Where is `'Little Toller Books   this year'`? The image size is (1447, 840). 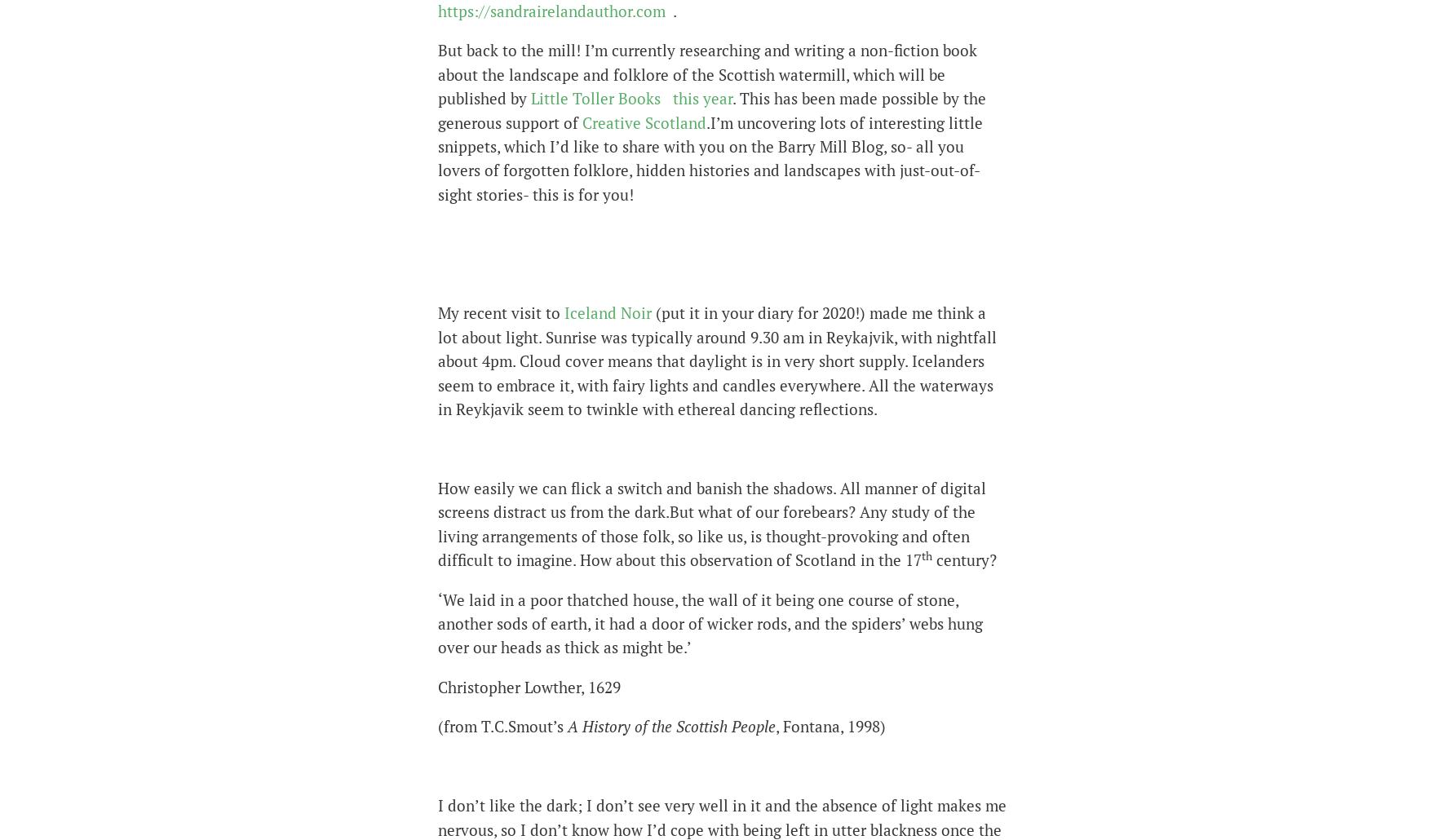
'Little Toller Books   this year' is located at coordinates (631, 97).